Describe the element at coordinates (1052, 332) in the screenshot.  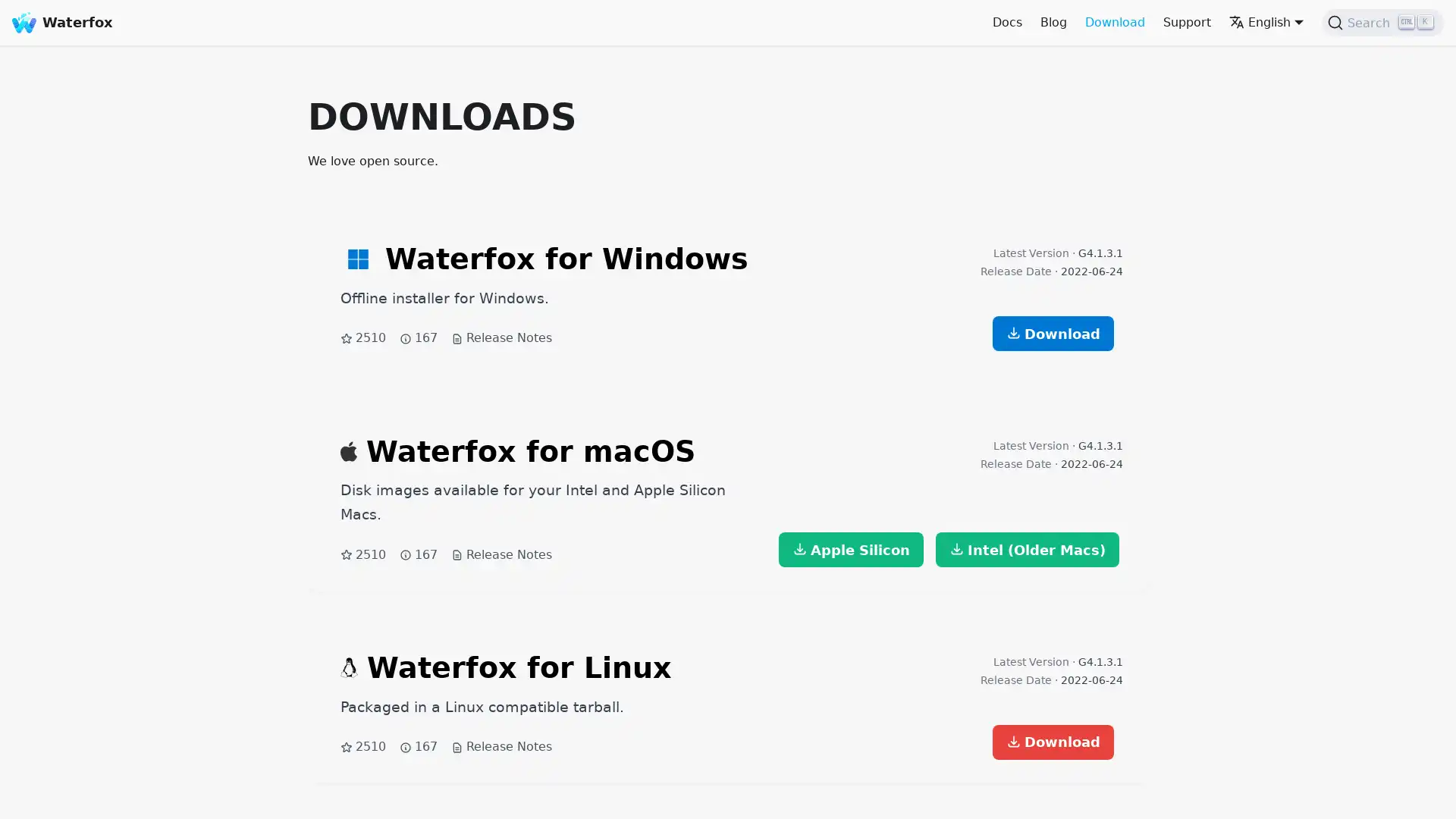
I see `Download` at that location.